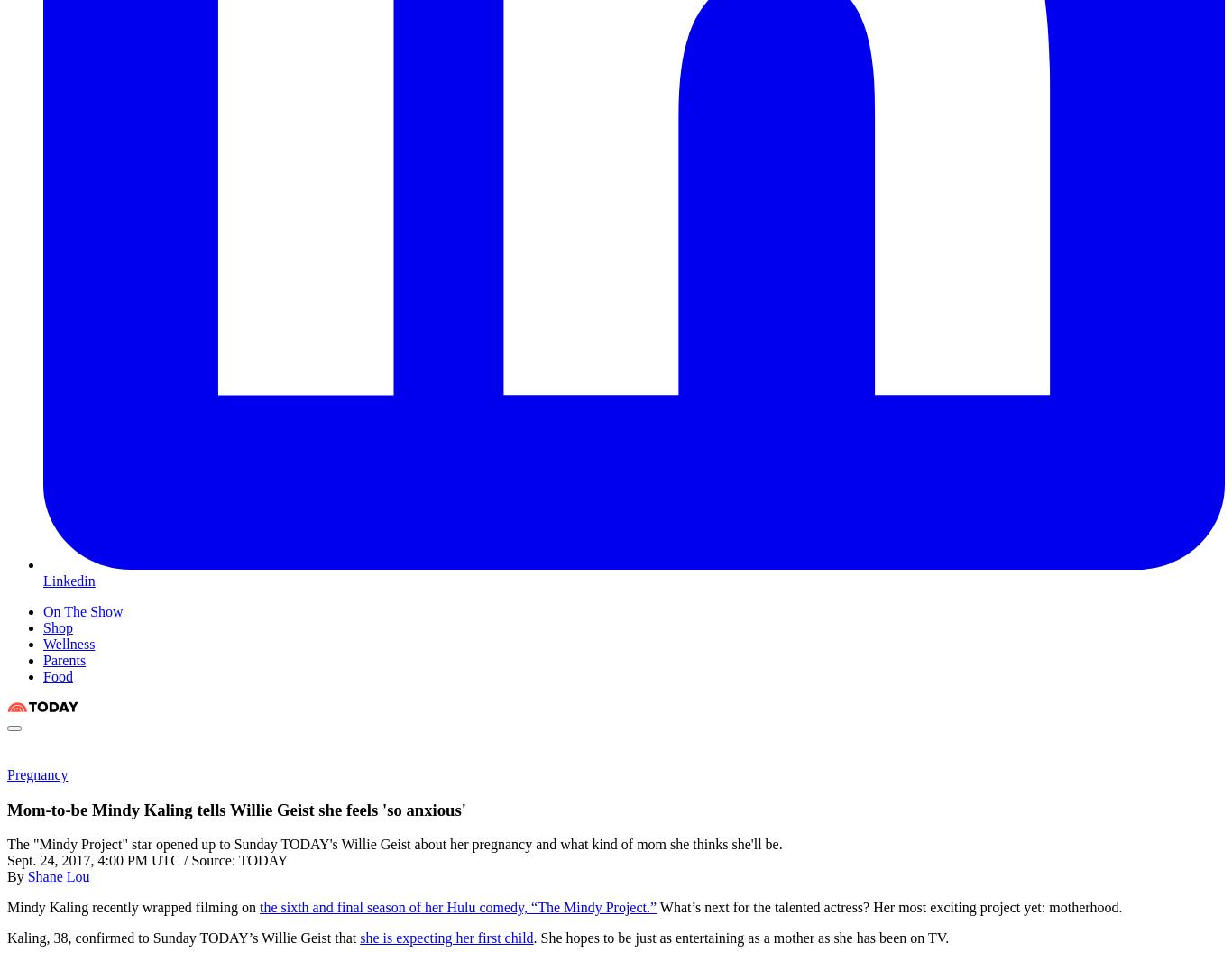 Image resolution: width=1232 pixels, height=961 pixels. What do you see at coordinates (182, 938) in the screenshot?
I see `'Kaling, 38, confirmed to Sunday TODAY’s Willie Geist that'` at bounding box center [182, 938].